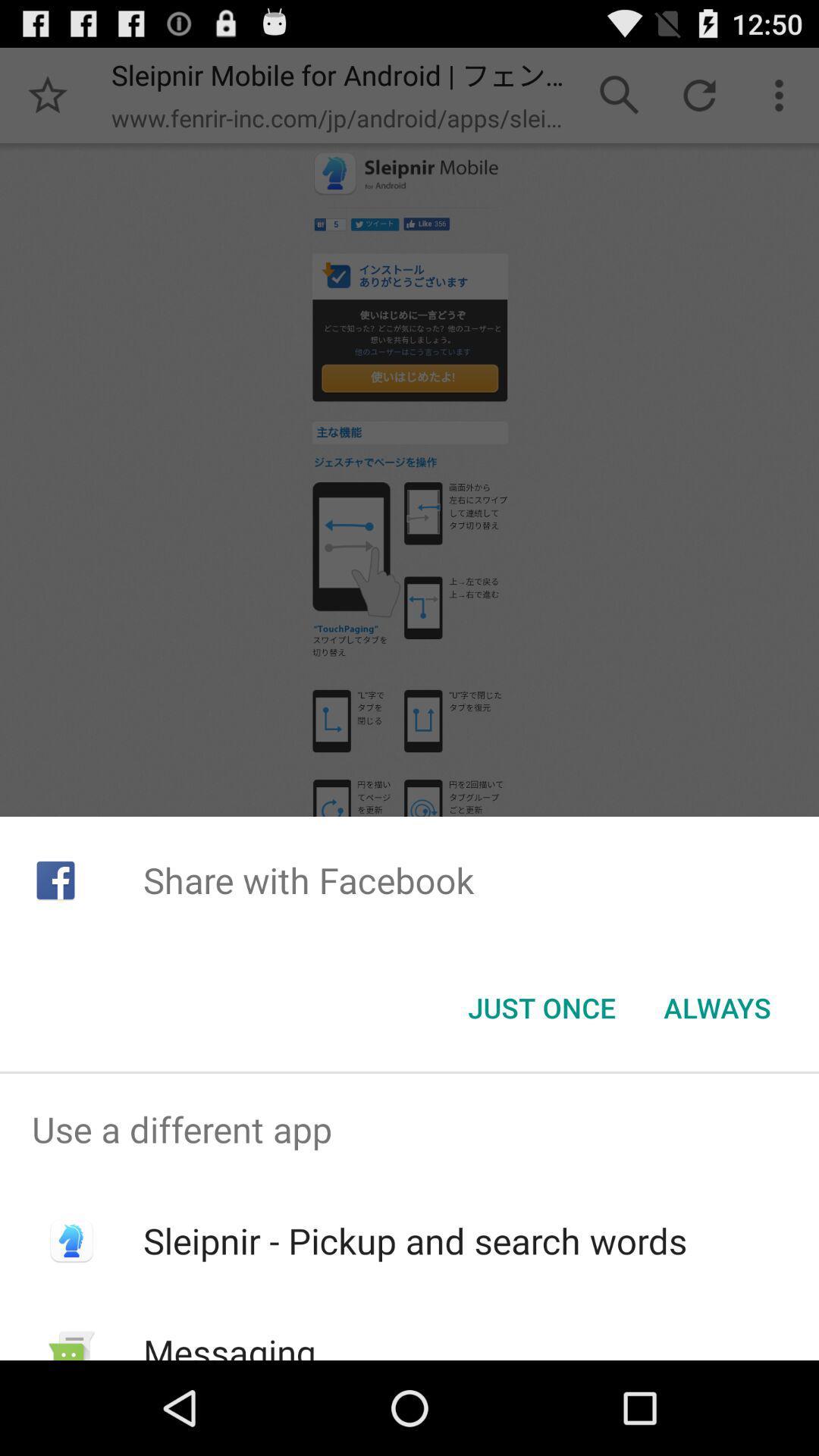  Describe the element at coordinates (415, 1241) in the screenshot. I see `sleipnir pickup and icon` at that location.